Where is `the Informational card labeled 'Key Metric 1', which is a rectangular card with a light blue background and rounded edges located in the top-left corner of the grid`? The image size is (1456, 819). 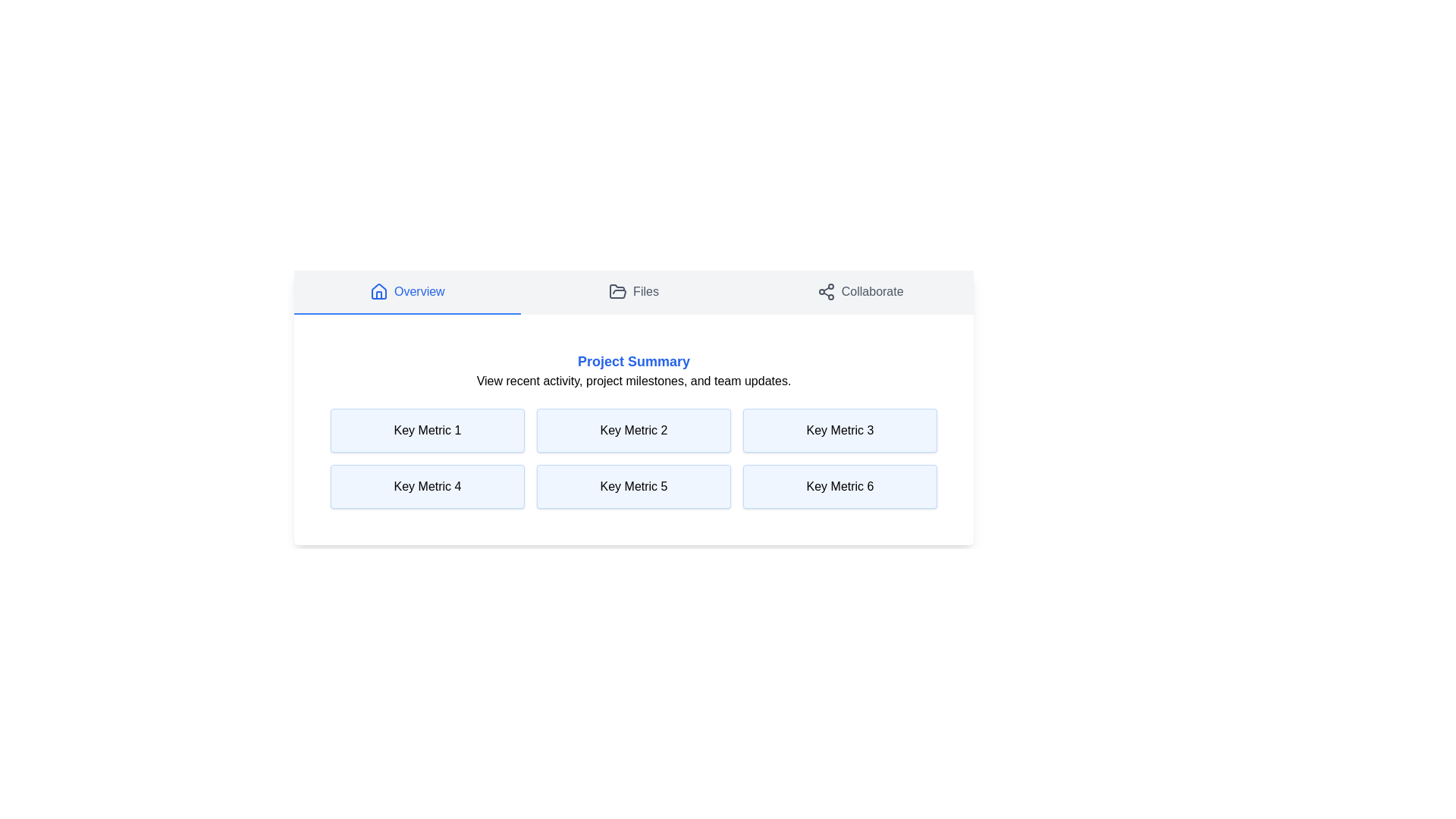
the Informational card labeled 'Key Metric 1', which is a rectangular card with a light blue background and rounded edges located in the top-left corner of the grid is located at coordinates (427, 430).